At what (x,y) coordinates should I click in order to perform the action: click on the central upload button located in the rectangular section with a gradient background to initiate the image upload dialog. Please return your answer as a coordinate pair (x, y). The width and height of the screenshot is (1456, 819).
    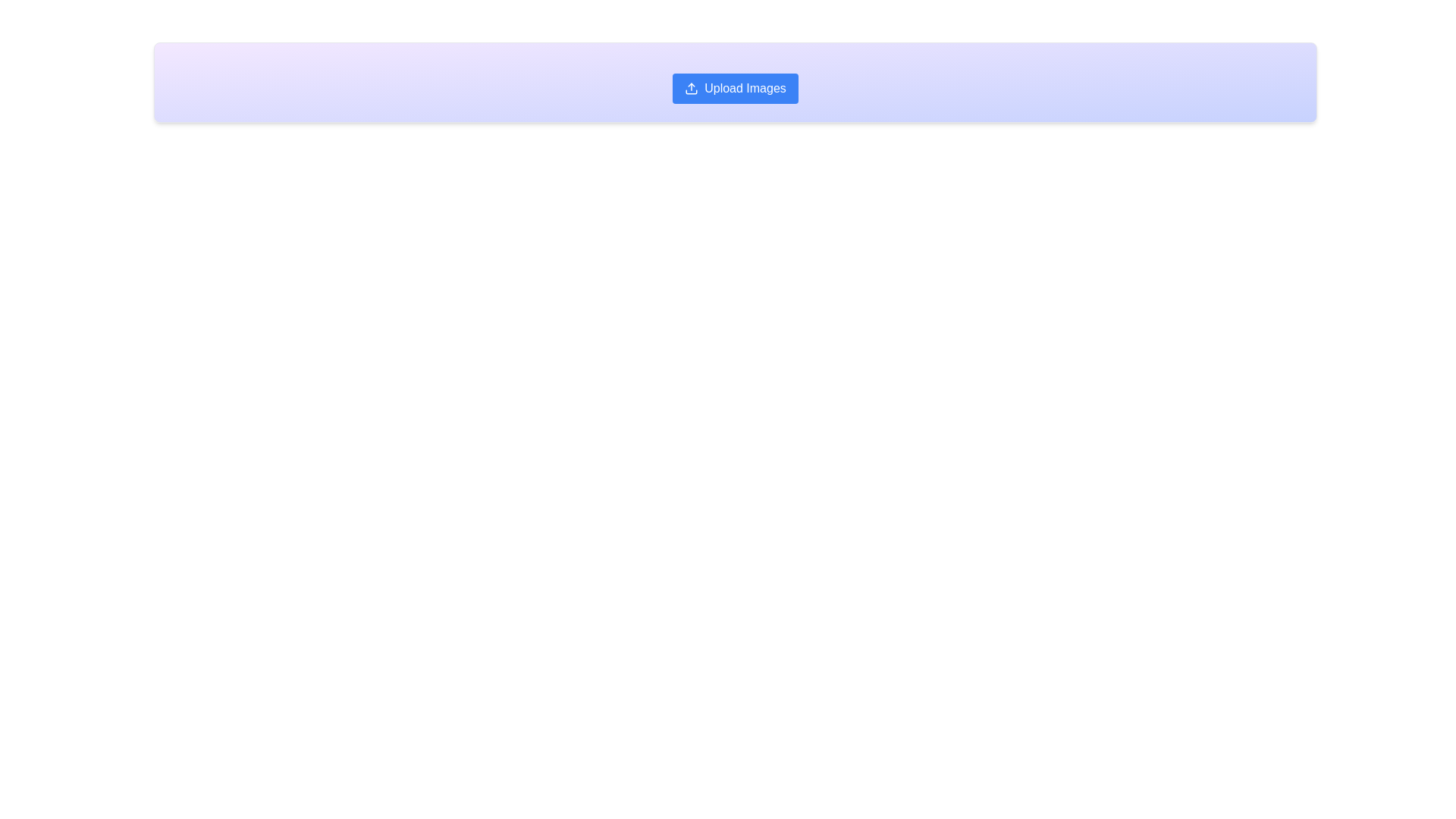
    Looking at the image, I should click on (735, 88).